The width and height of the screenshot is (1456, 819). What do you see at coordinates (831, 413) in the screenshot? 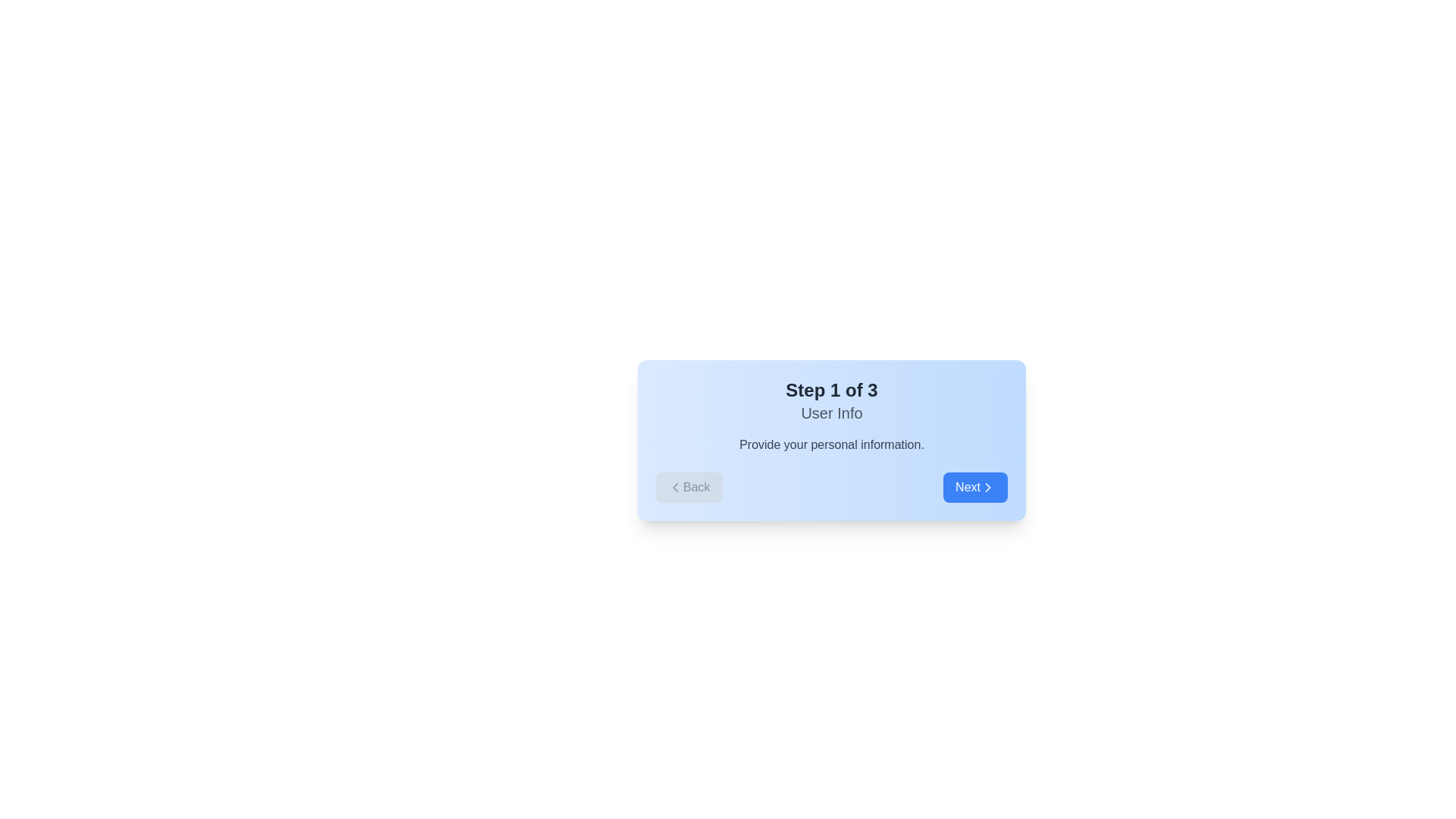
I see `the static text label 'User Info' that serves as a descriptor within the modal, positioned below 'Step 1 of 3'` at bounding box center [831, 413].